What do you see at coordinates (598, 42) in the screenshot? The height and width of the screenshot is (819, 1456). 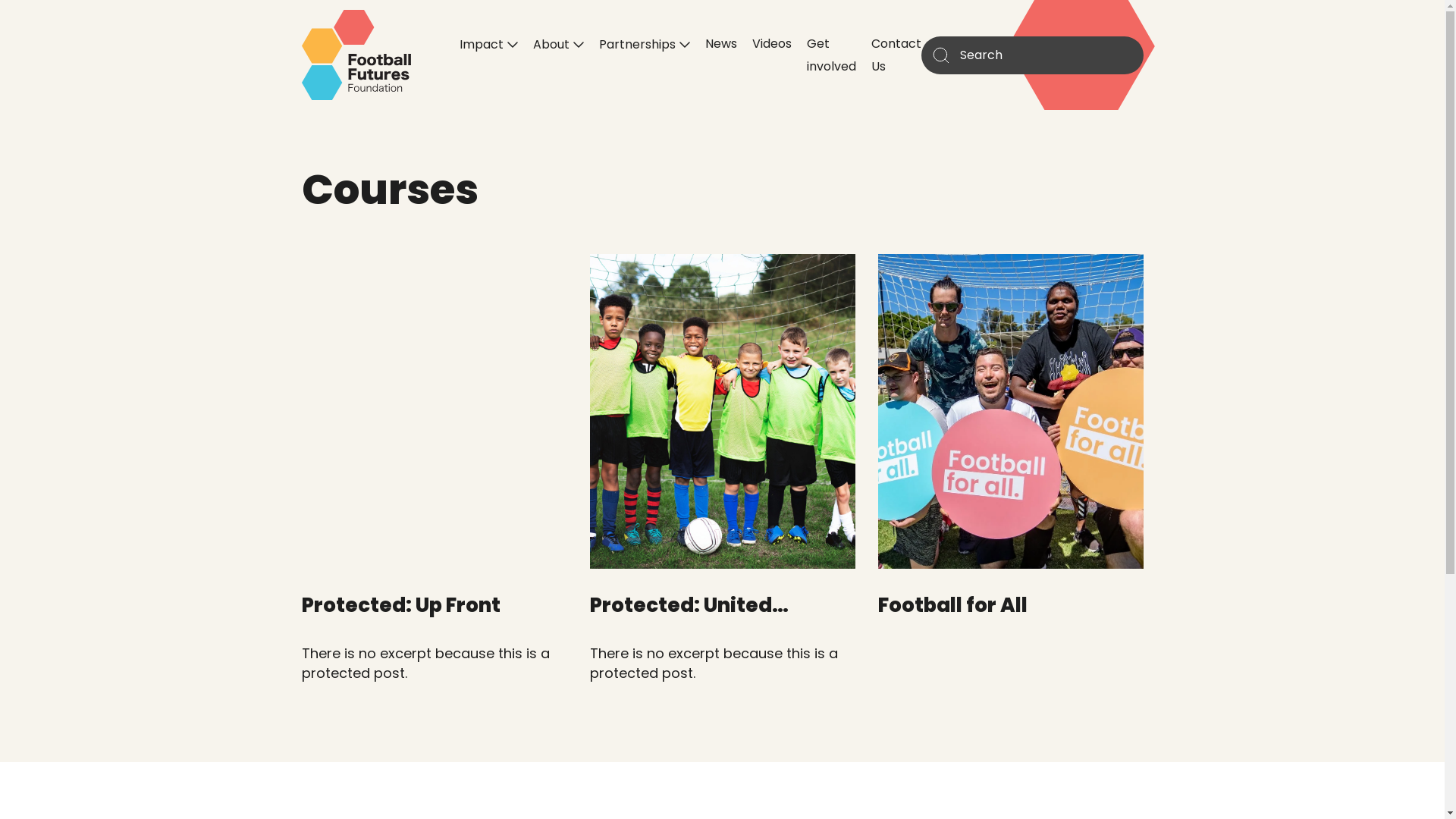 I see `'Partnerships'` at bounding box center [598, 42].